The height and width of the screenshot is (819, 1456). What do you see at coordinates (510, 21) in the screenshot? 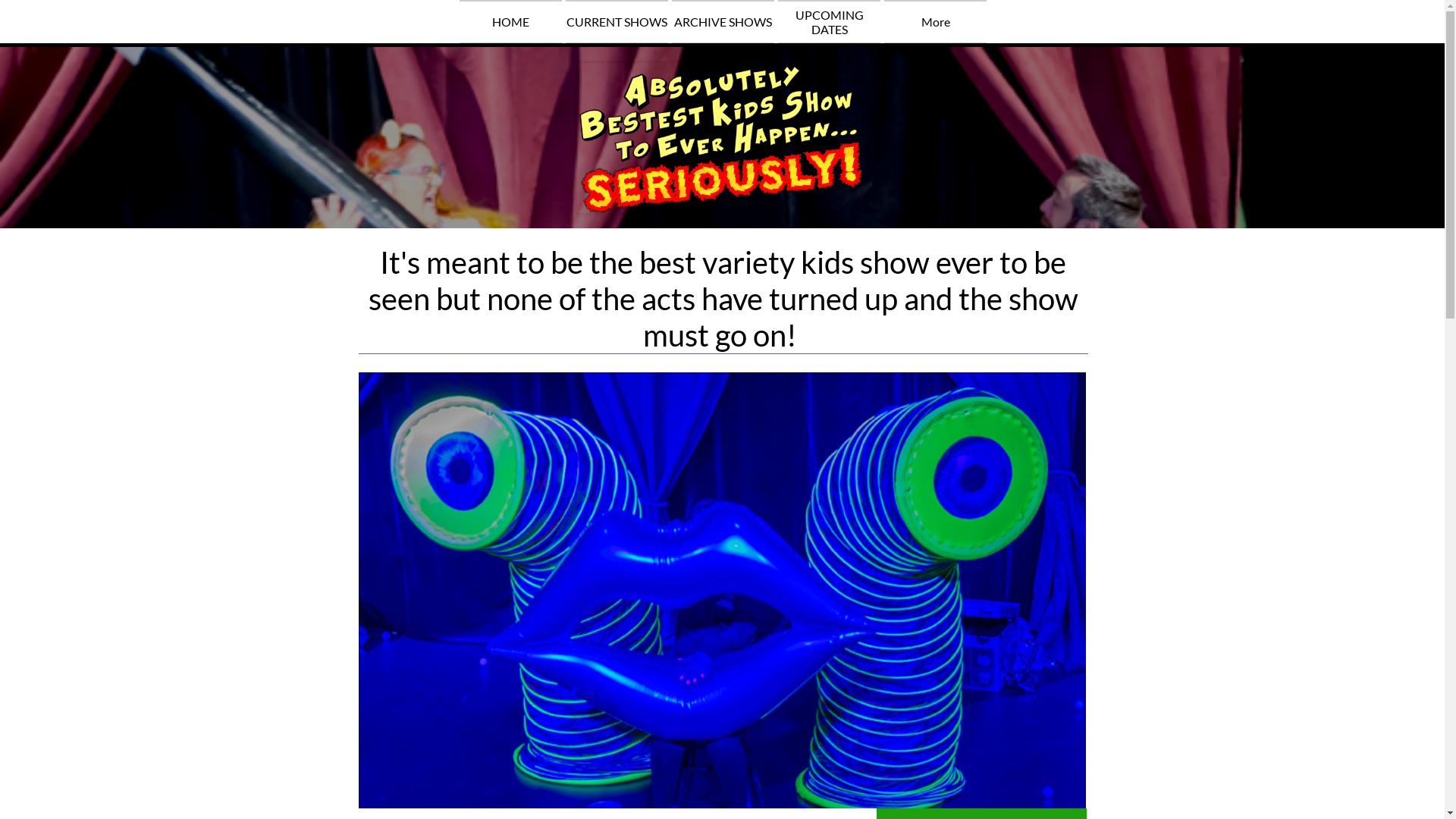
I see `'HOME'` at bounding box center [510, 21].